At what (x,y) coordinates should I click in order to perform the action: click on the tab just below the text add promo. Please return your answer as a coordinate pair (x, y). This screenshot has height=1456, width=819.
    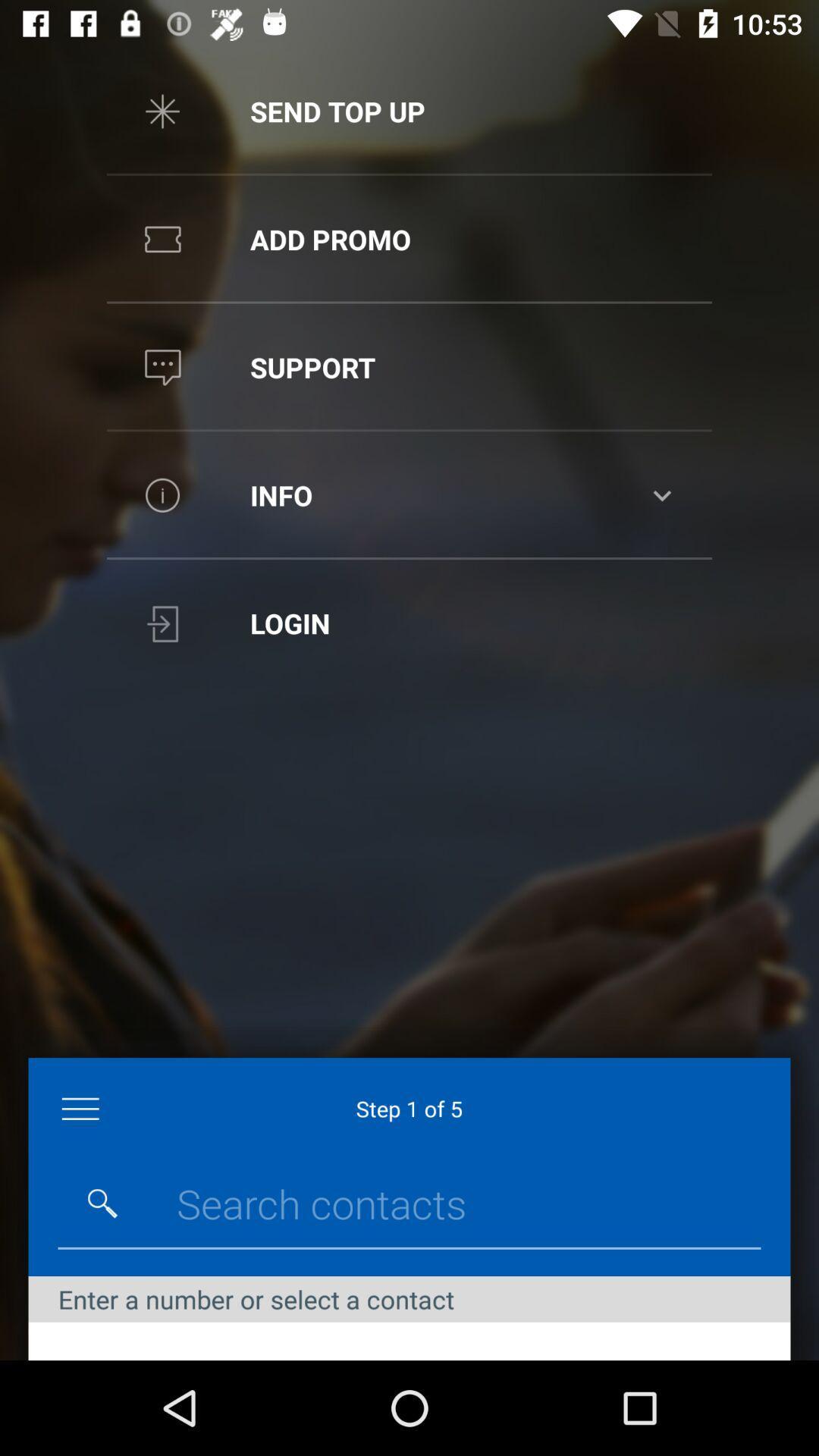
    Looking at the image, I should click on (409, 367).